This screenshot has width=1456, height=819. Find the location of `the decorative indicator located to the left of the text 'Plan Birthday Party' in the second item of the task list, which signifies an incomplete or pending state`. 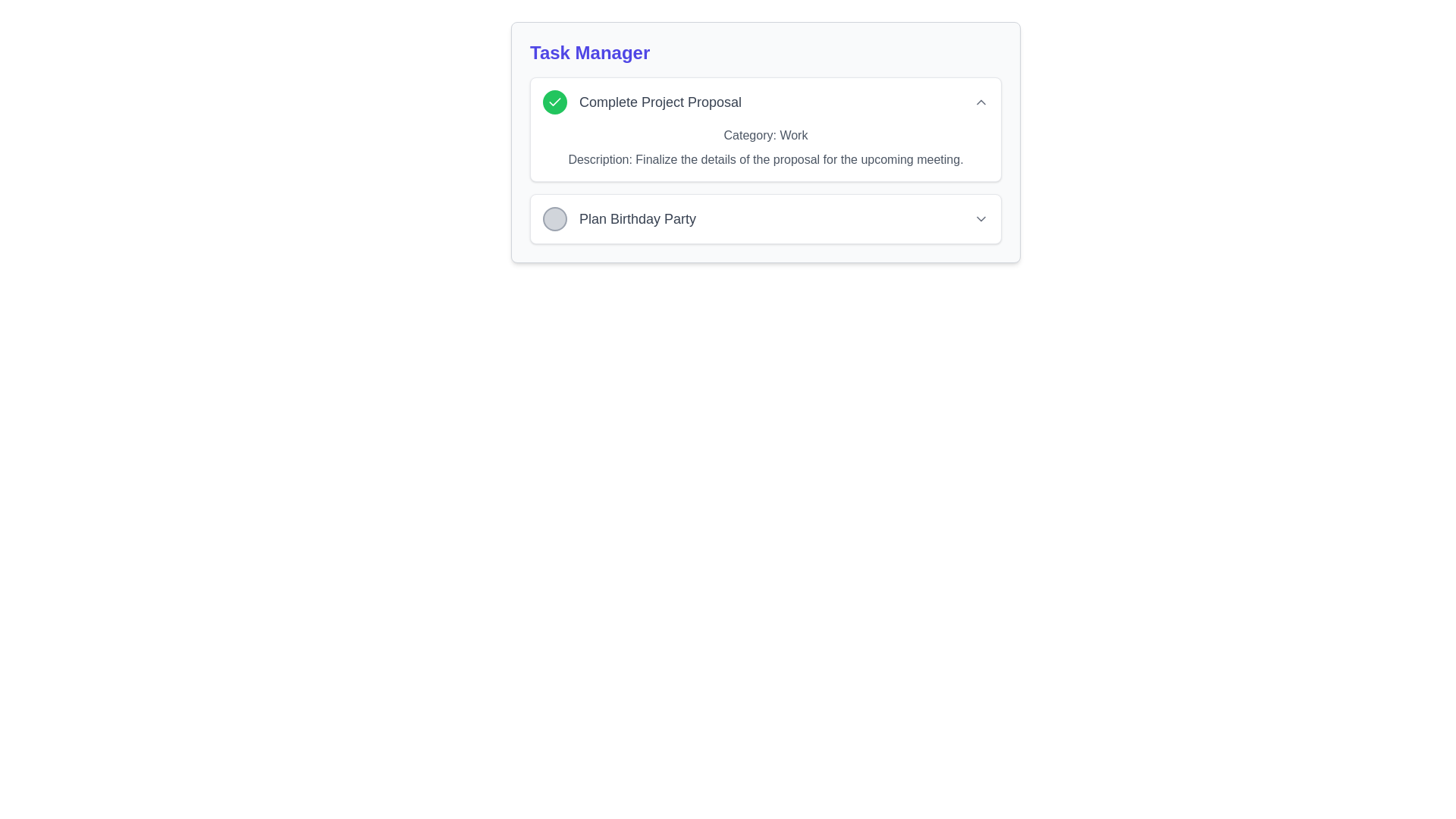

the decorative indicator located to the left of the text 'Plan Birthday Party' in the second item of the task list, which signifies an incomplete or pending state is located at coordinates (554, 219).